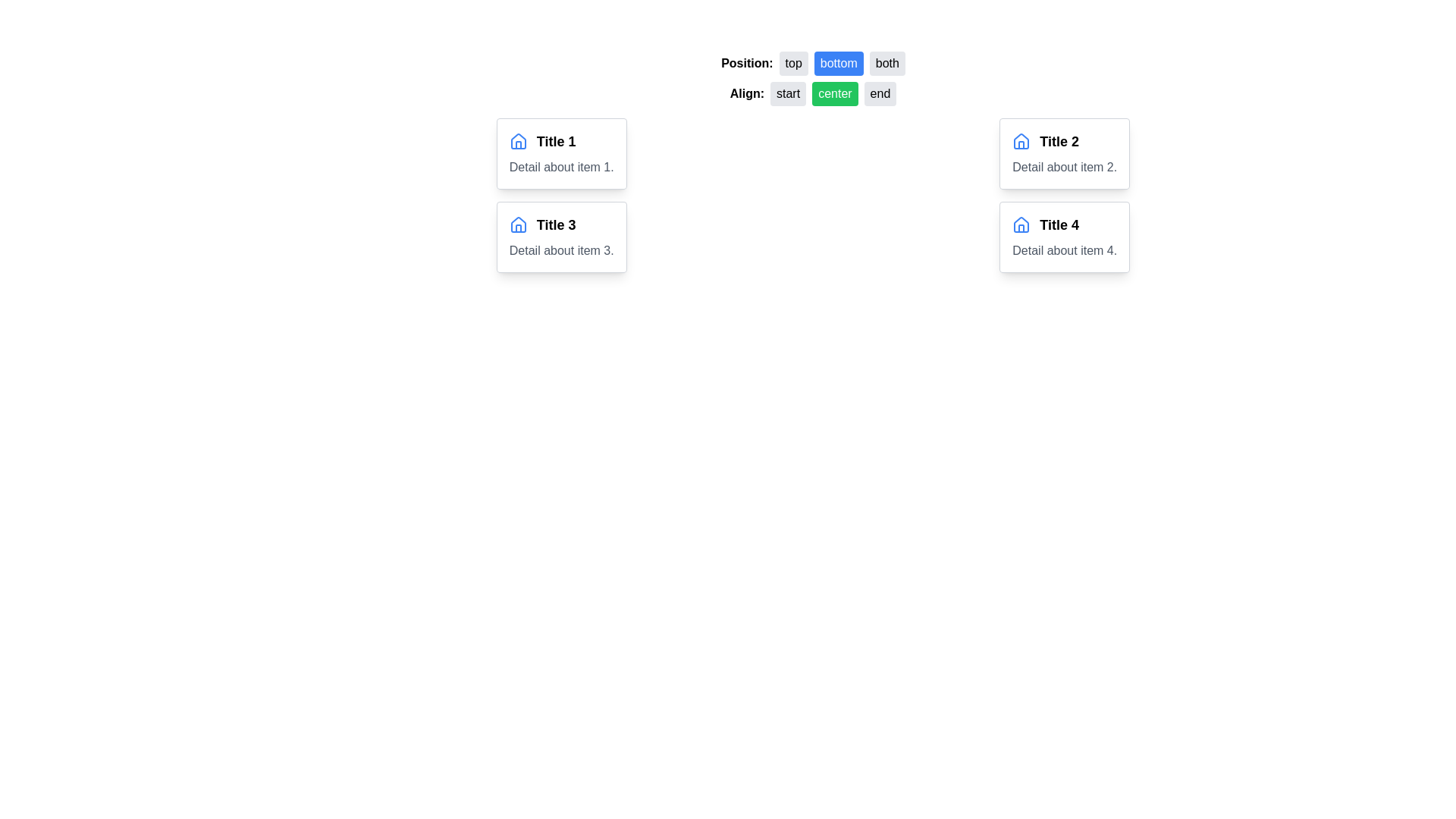 Image resolution: width=1456 pixels, height=819 pixels. Describe the element at coordinates (1064, 250) in the screenshot. I see `the text element reading 'Detail about item 4.' styled in gray font, located beneath the header 'Title 4' within the fourth card component` at that location.